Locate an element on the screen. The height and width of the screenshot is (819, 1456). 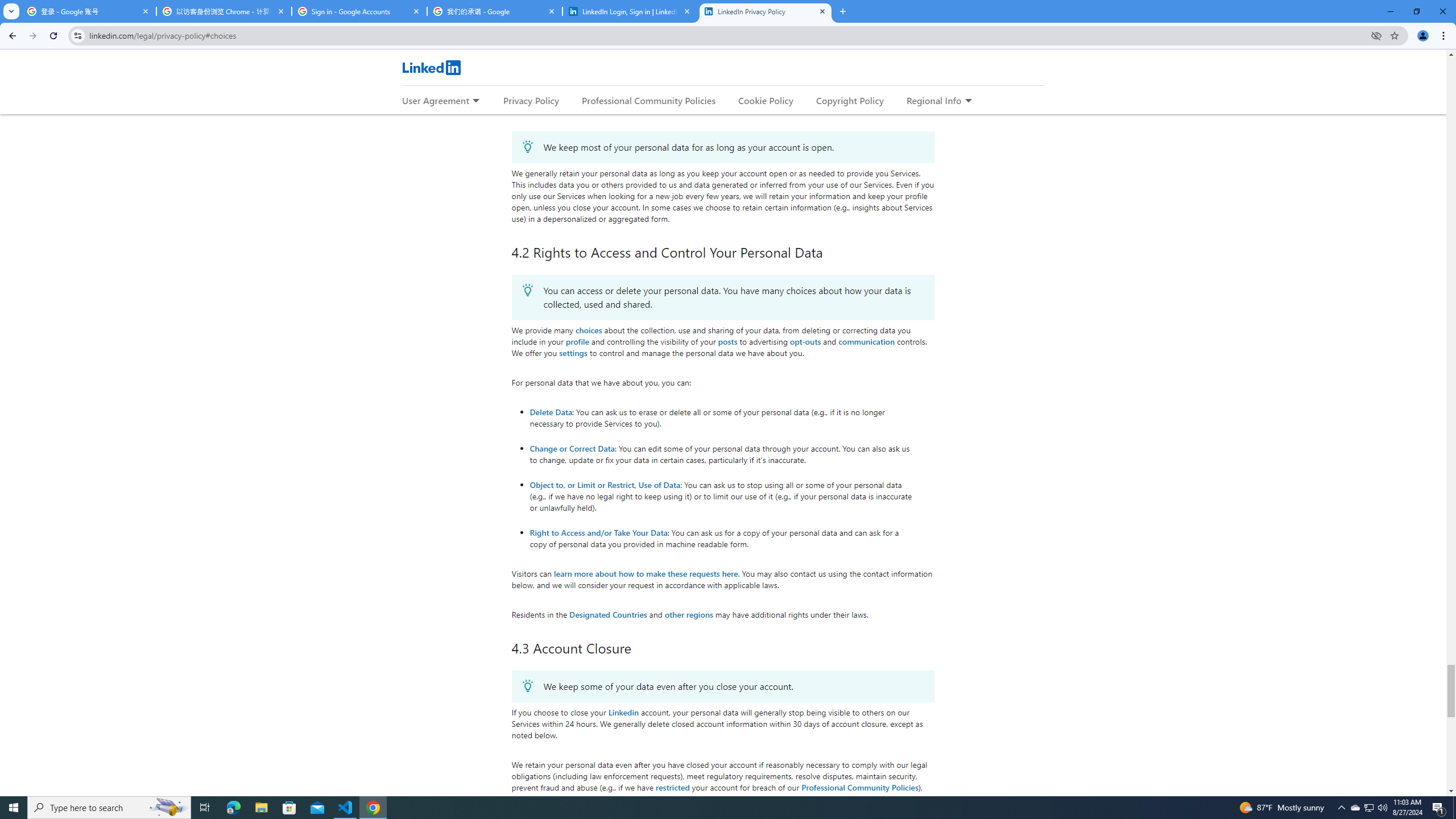
'Object to, or Limit or Restrict, Use of Data' is located at coordinates (605, 484).